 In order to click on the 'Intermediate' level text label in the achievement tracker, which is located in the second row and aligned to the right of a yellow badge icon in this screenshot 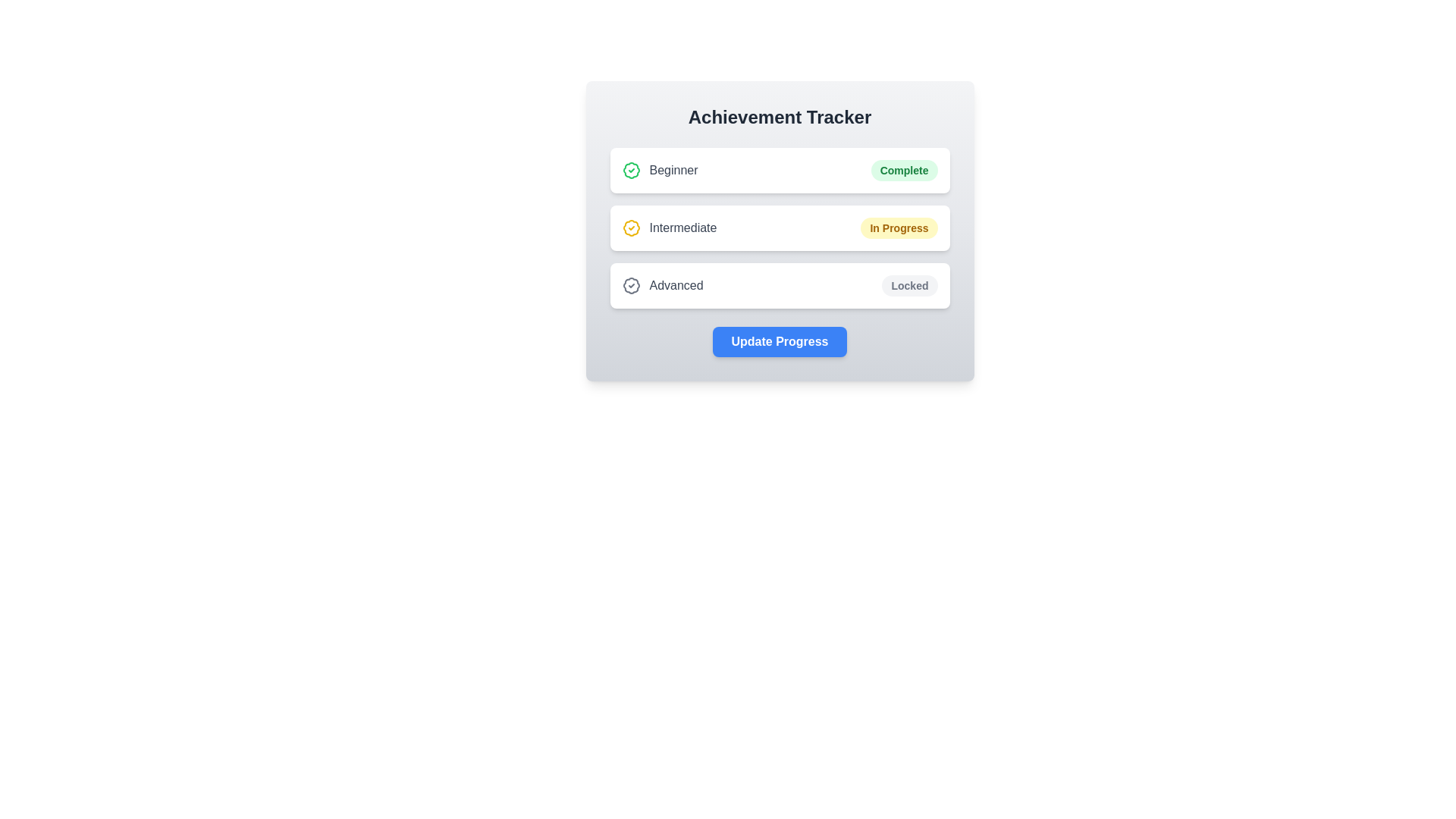, I will do `click(682, 227)`.